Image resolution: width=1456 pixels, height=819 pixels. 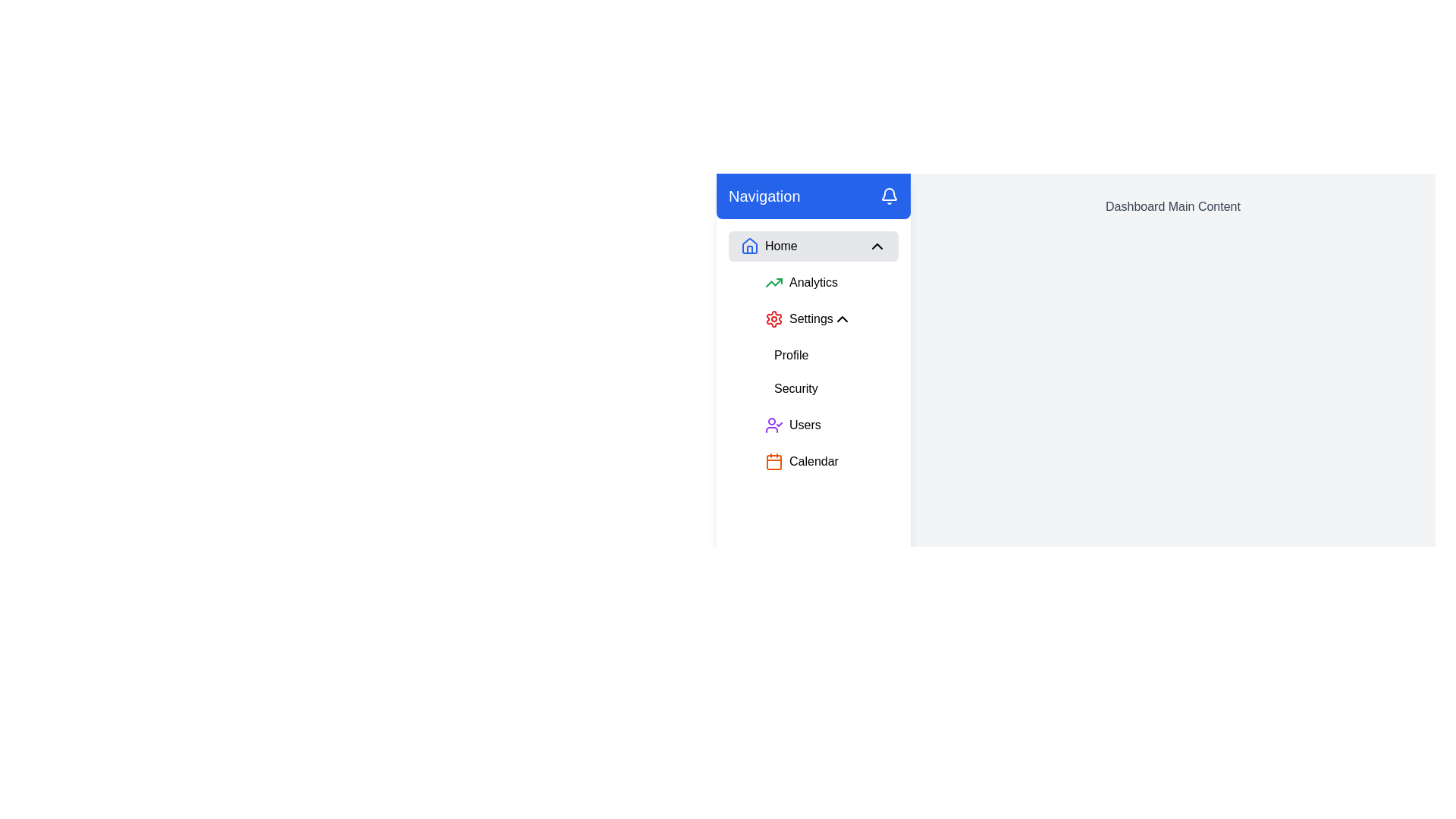 What do you see at coordinates (801, 461) in the screenshot?
I see `the 'Calendar' button, which is the last item in the vertical sidebar navigation menu, featuring an orange calendar icon and the text 'Calendar'` at bounding box center [801, 461].